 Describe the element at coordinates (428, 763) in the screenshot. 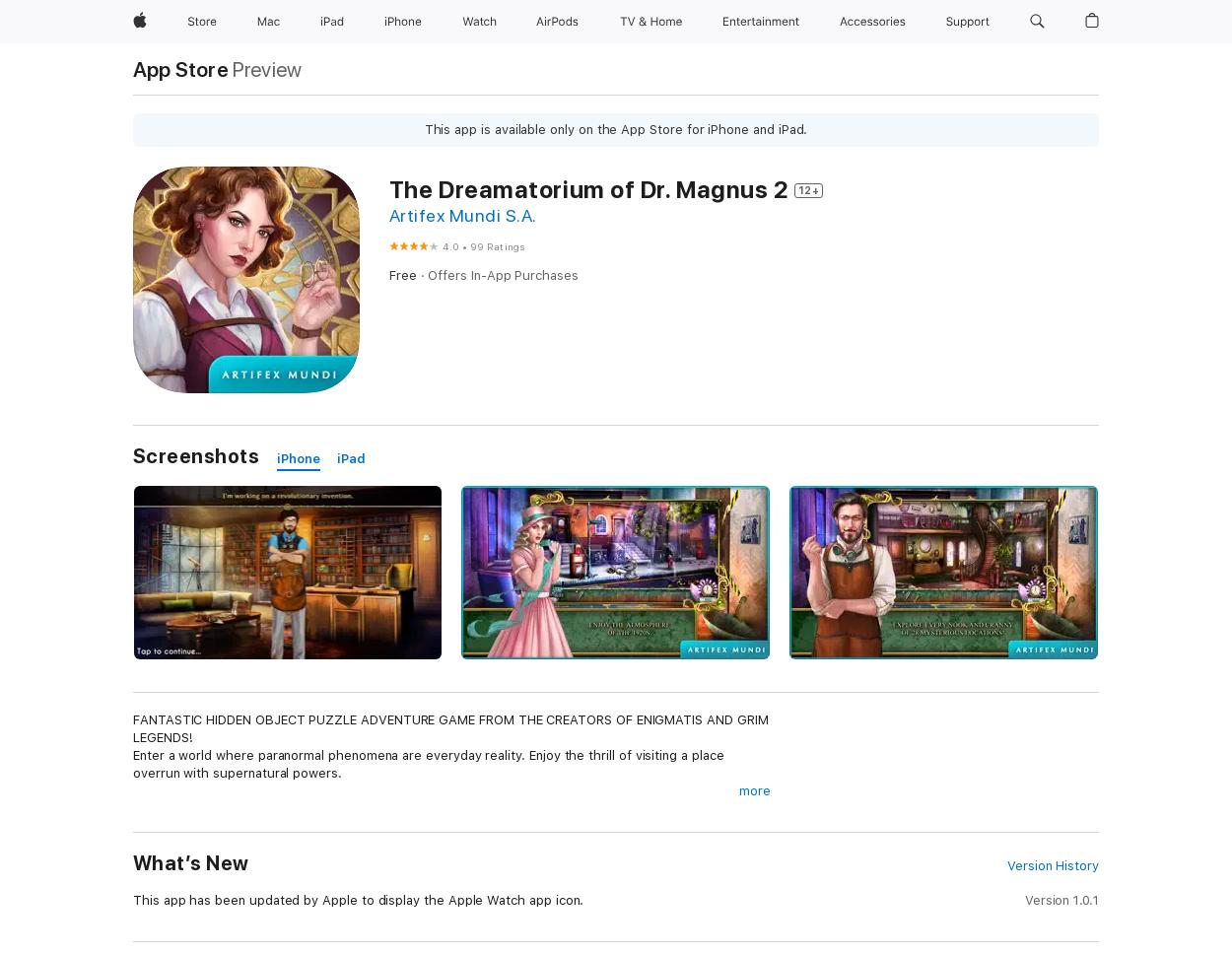

I see `'Enter a world where paranormal phenomena are everyday reality. Enjoy the thrill of visiting a place overrun with supernatural powers.'` at that location.